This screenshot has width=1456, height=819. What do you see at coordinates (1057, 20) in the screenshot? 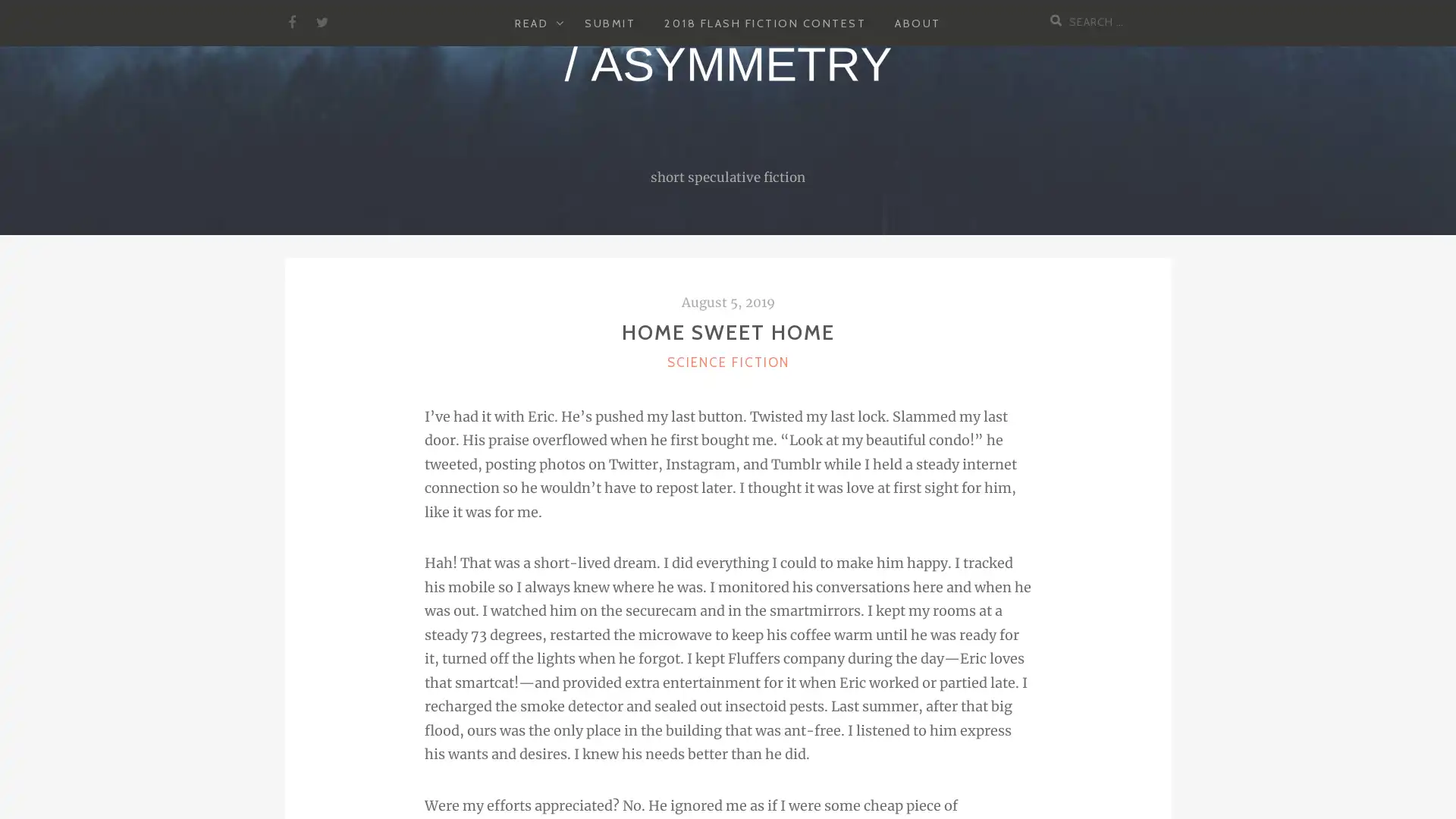
I see `Search` at bounding box center [1057, 20].